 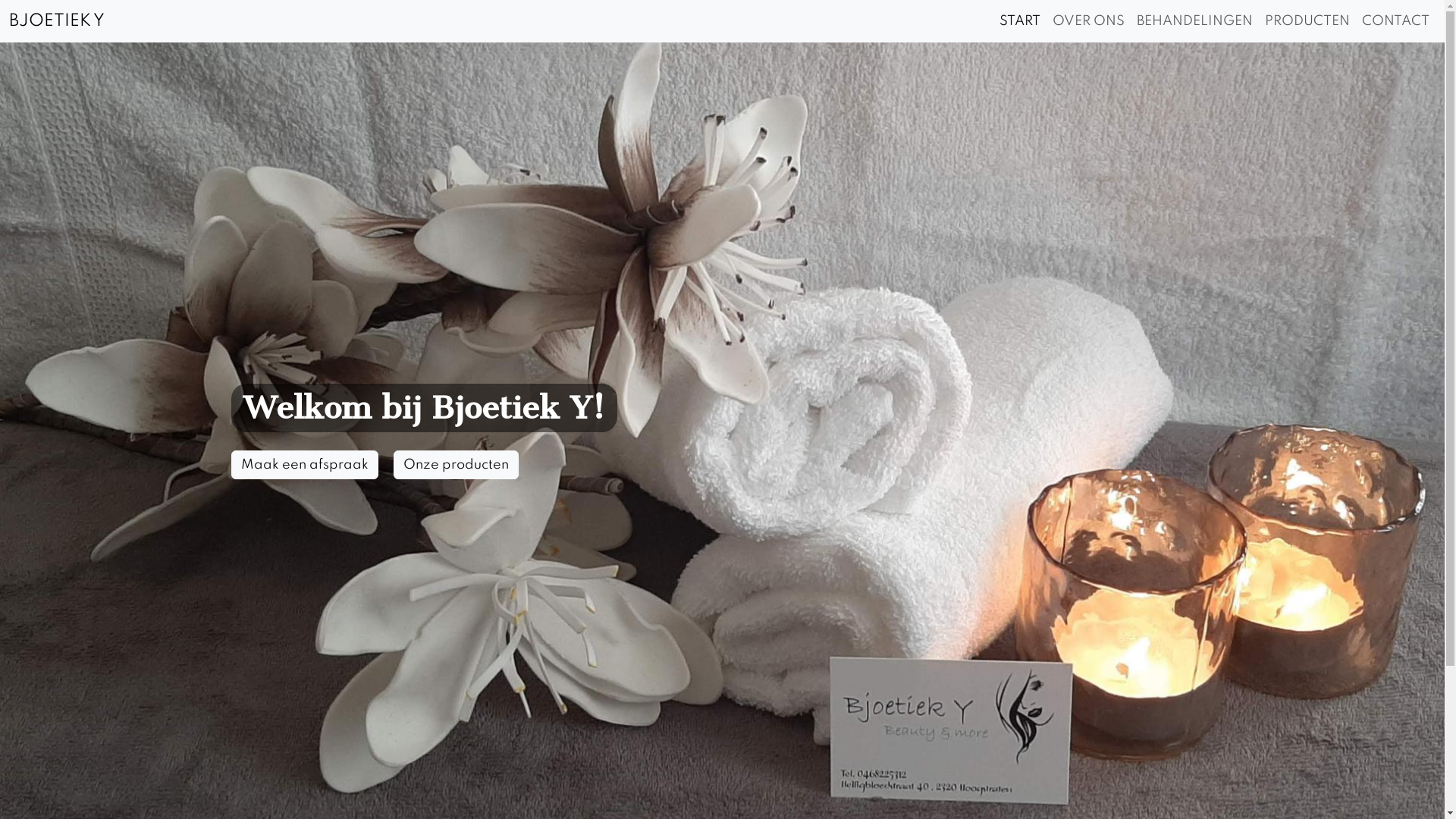 I want to click on 'Onze producten', so click(x=393, y=464).